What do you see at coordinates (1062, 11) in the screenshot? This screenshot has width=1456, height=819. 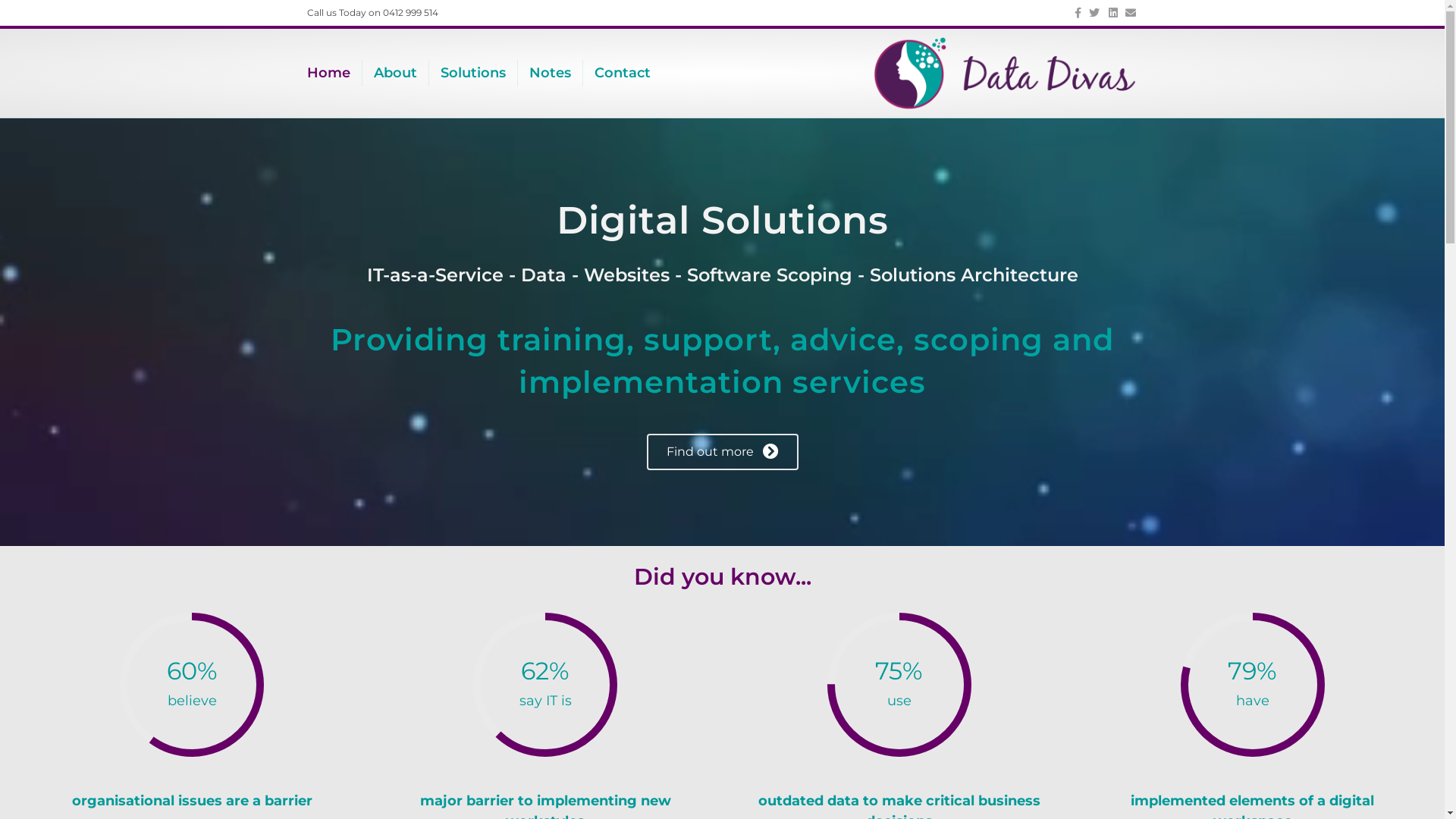 I see `'Facebook'` at bounding box center [1062, 11].